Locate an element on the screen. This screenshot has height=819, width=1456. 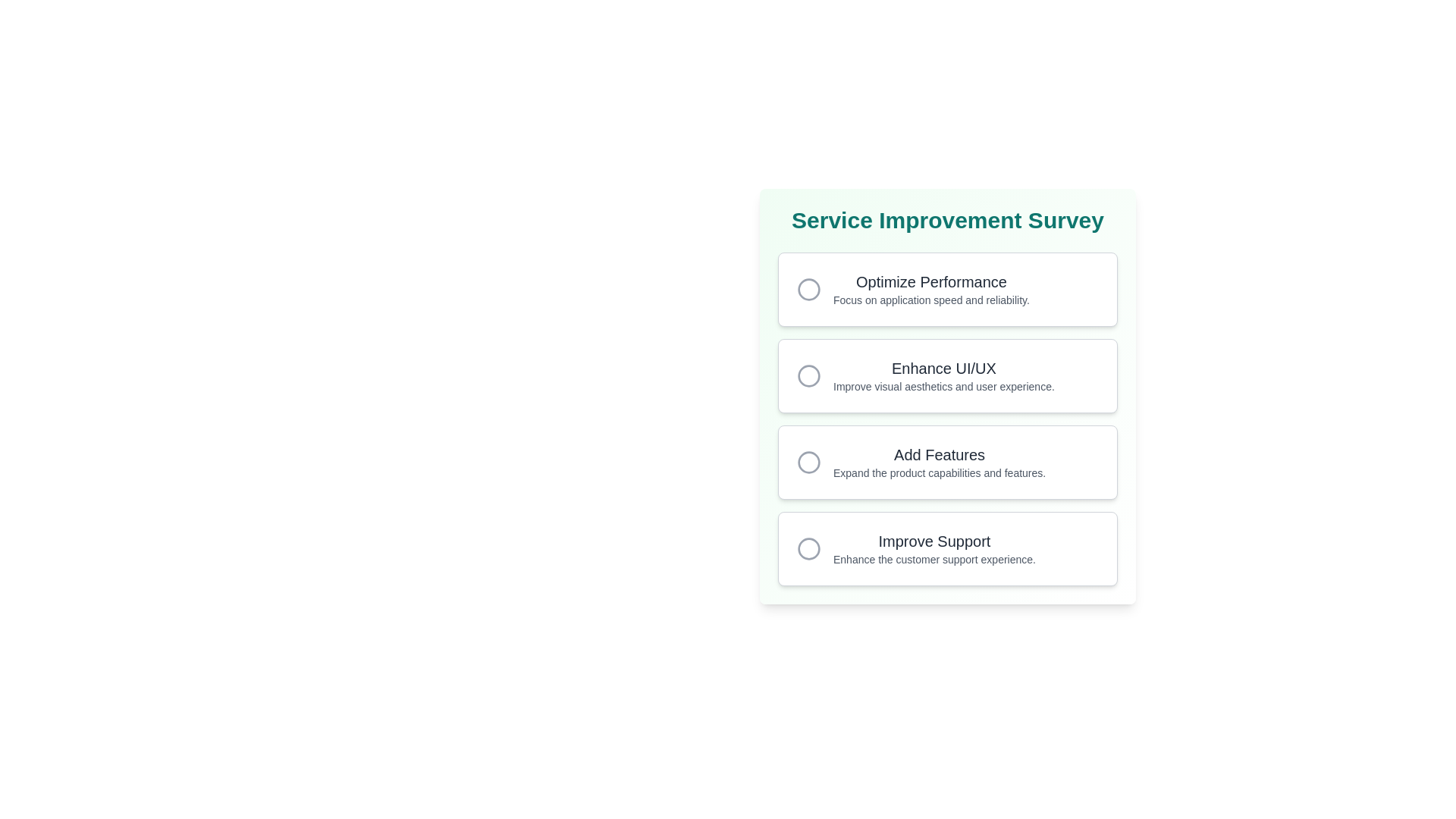
the circular gray icon with a center marking located inside the 'Enhance UI/UX' selection card in the 'Service Improvement Survey' dialog is located at coordinates (808, 375).